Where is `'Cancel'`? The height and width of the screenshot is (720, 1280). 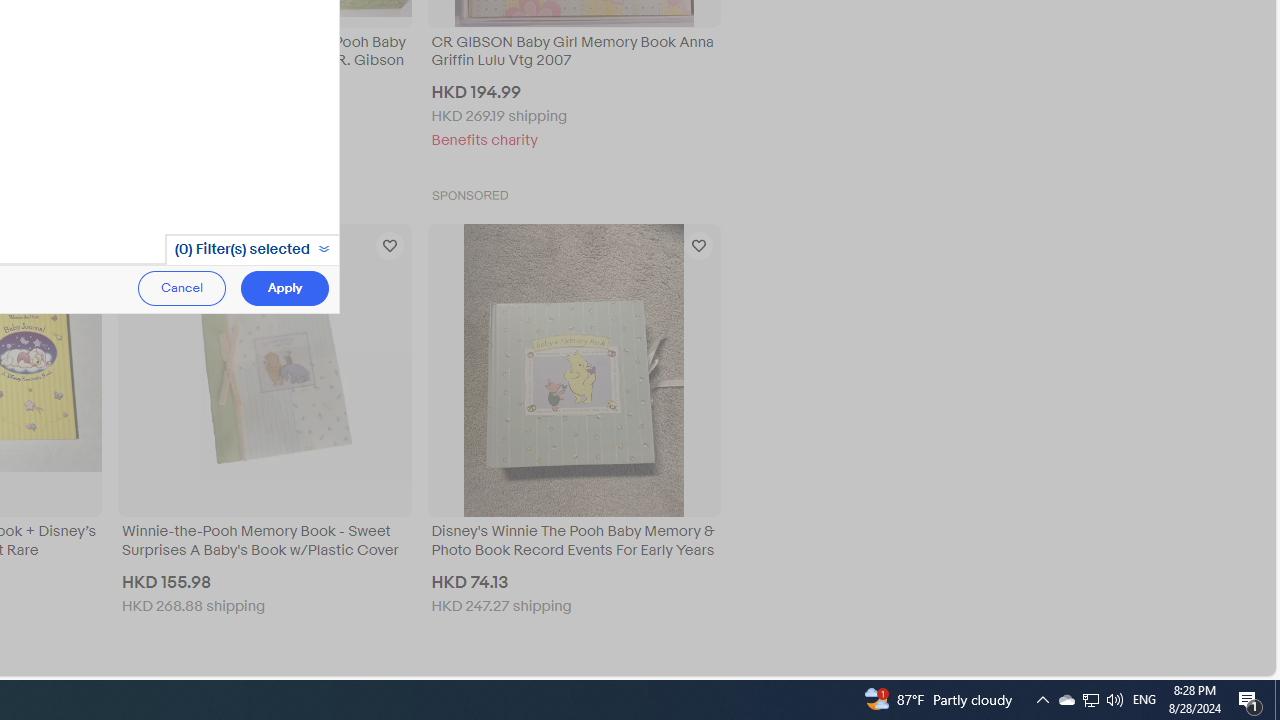 'Cancel' is located at coordinates (182, 288).